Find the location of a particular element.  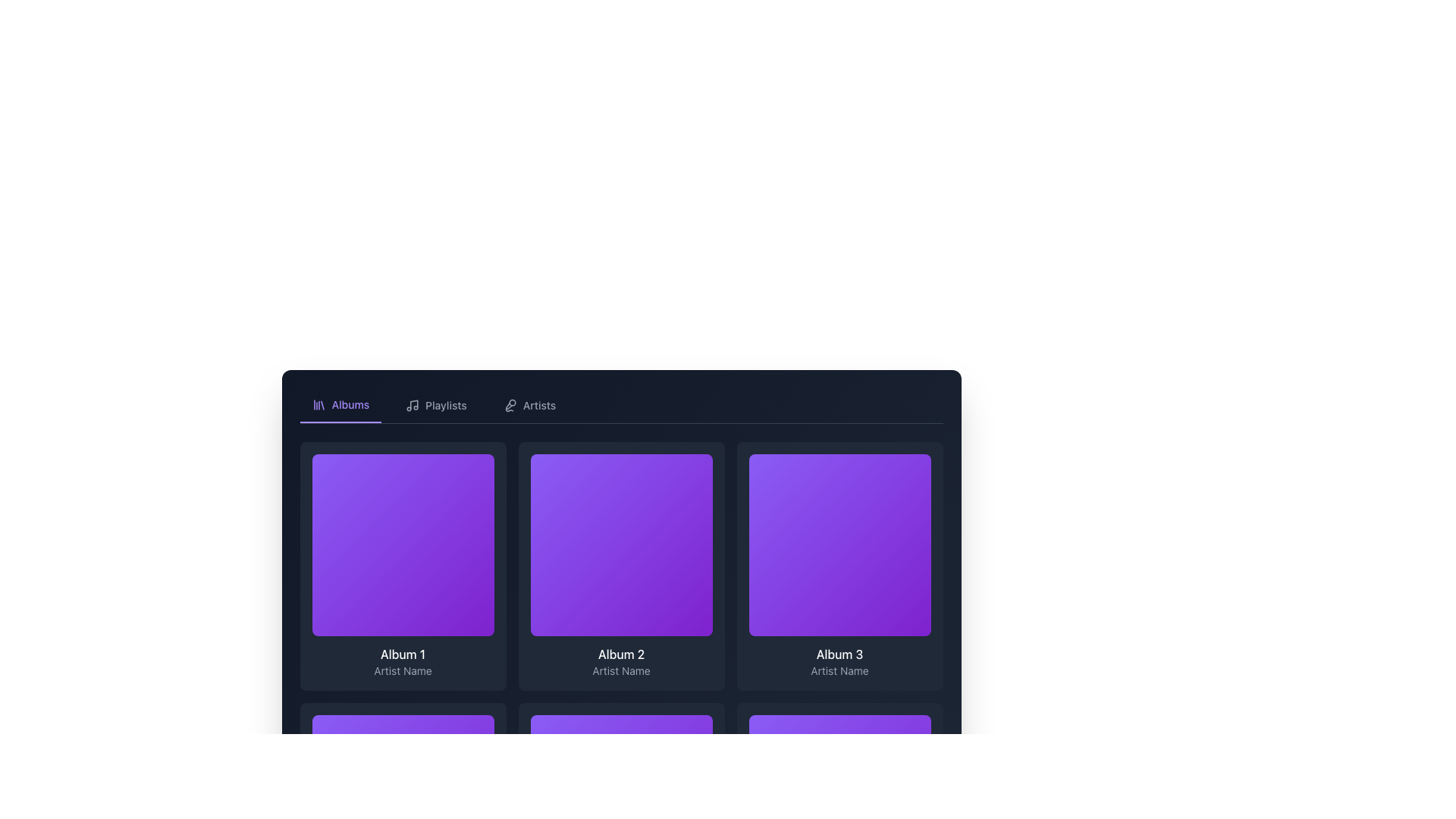

the 'Artists' navigation button located in the top-right section of the navigation bar, which is the third item following 'Albums' and 'Playlists' is located at coordinates (529, 405).